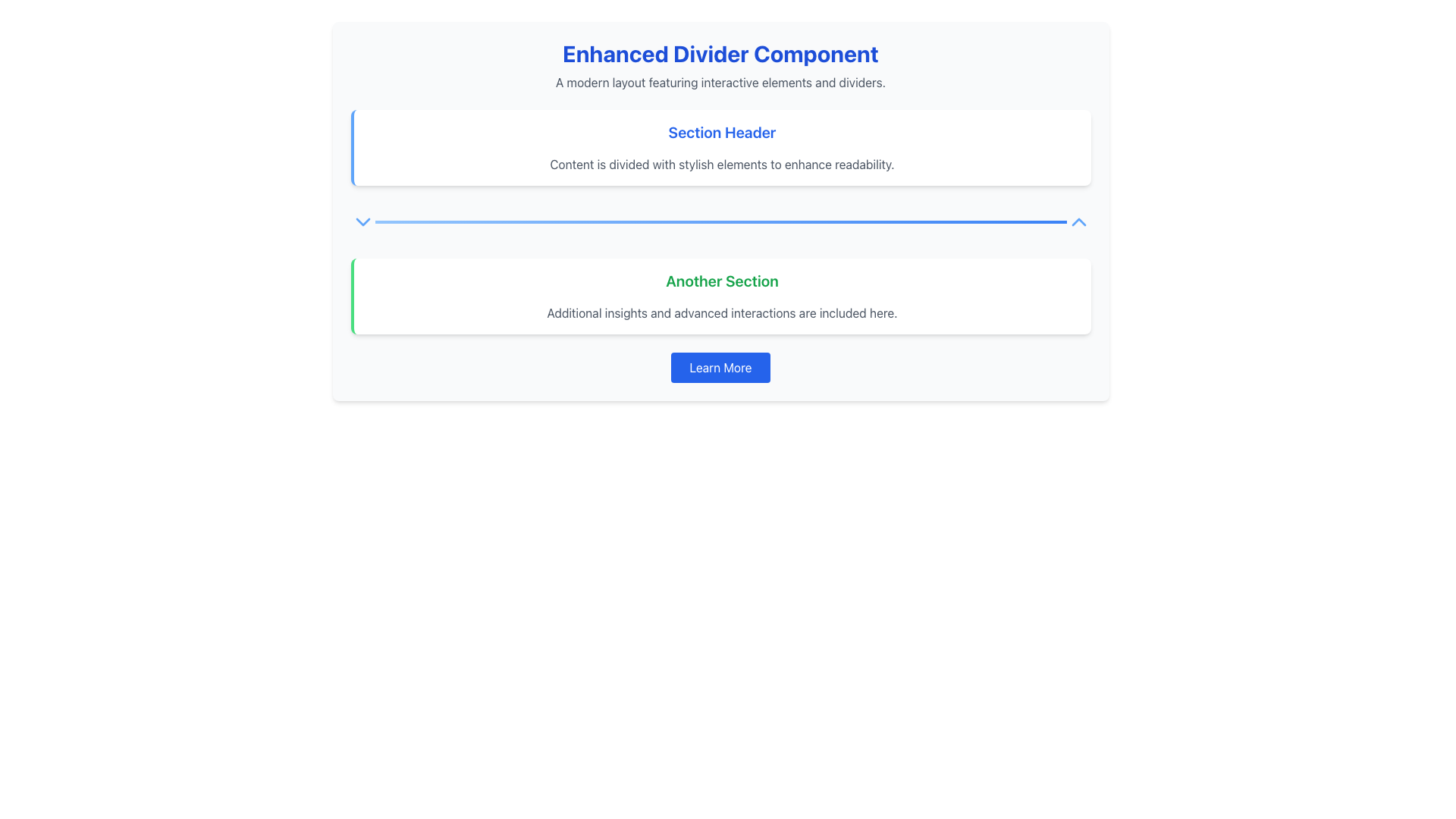 The height and width of the screenshot is (819, 1456). Describe the element at coordinates (720, 368) in the screenshot. I see `the blue button labeled 'Learn More' located in the bottom section of 'Another Section' to follow a link or trigger an action` at that location.